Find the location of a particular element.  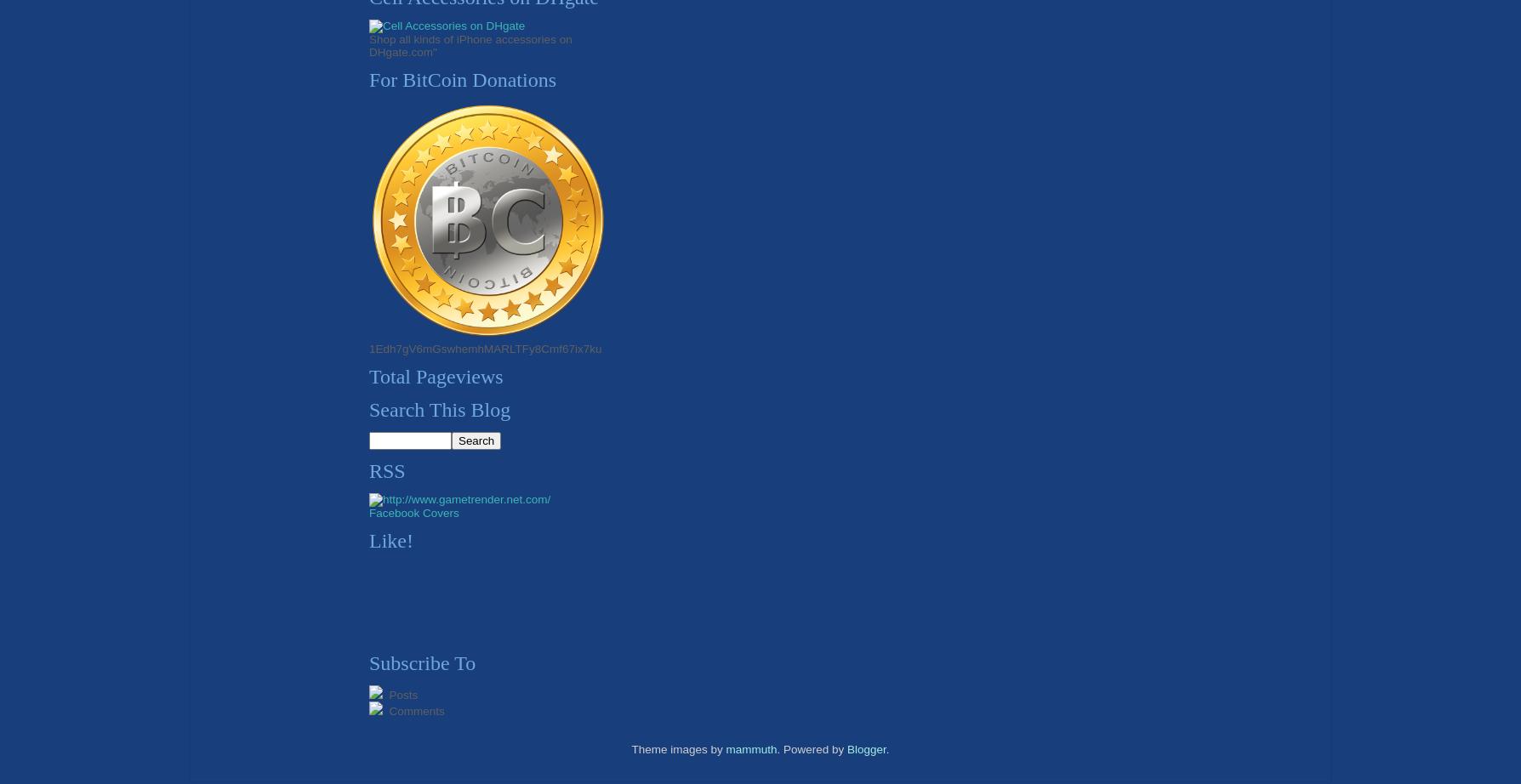

'Theme images by' is located at coordinates (677, 747).